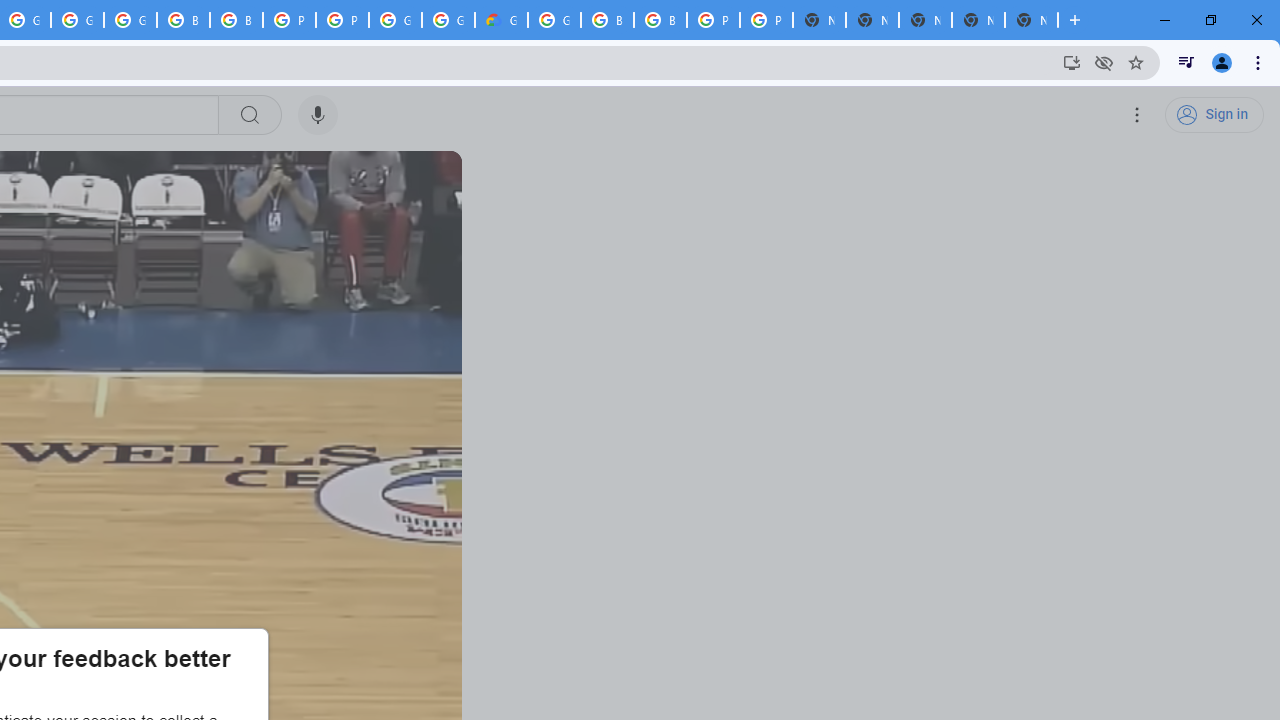  Describe the element at coordinates (317, 115) in the screenshot. I see `'Search with your voice'` at that location.